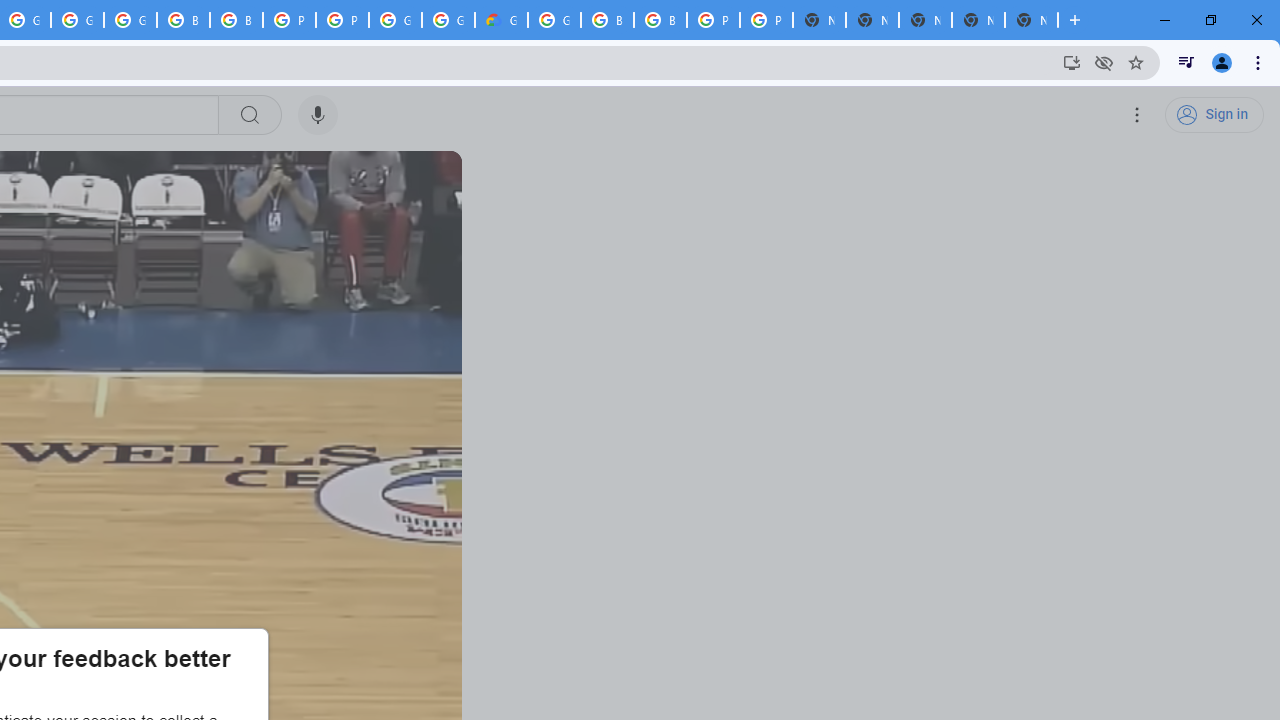  Describe the element at coordinates (317, 115) in the screenshot. I see `'Search with your voice'` at that location.